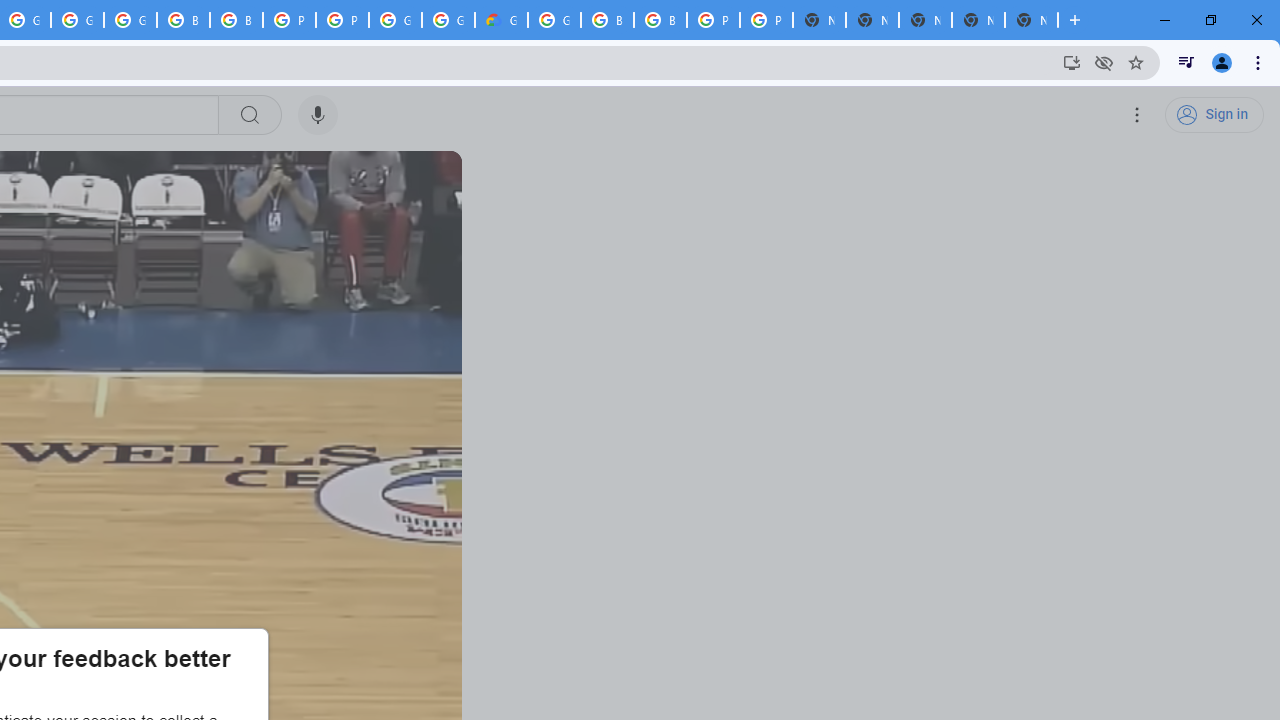  Describe the element at coordinates (317, 115) in the screenshot. I see `'Search with your voice'` at that location.